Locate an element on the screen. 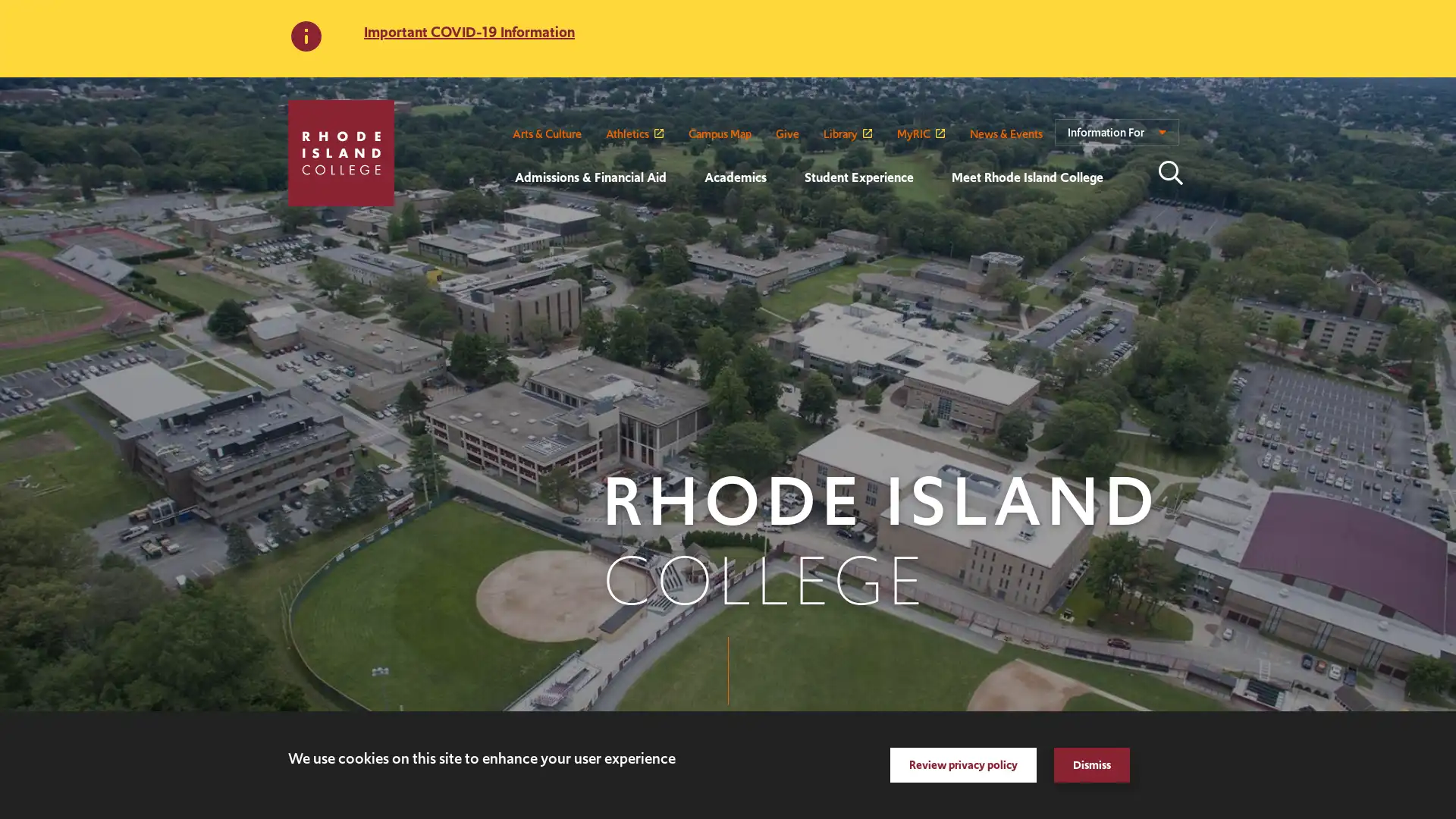  Dismiss is located at coordinates (1092, 765).